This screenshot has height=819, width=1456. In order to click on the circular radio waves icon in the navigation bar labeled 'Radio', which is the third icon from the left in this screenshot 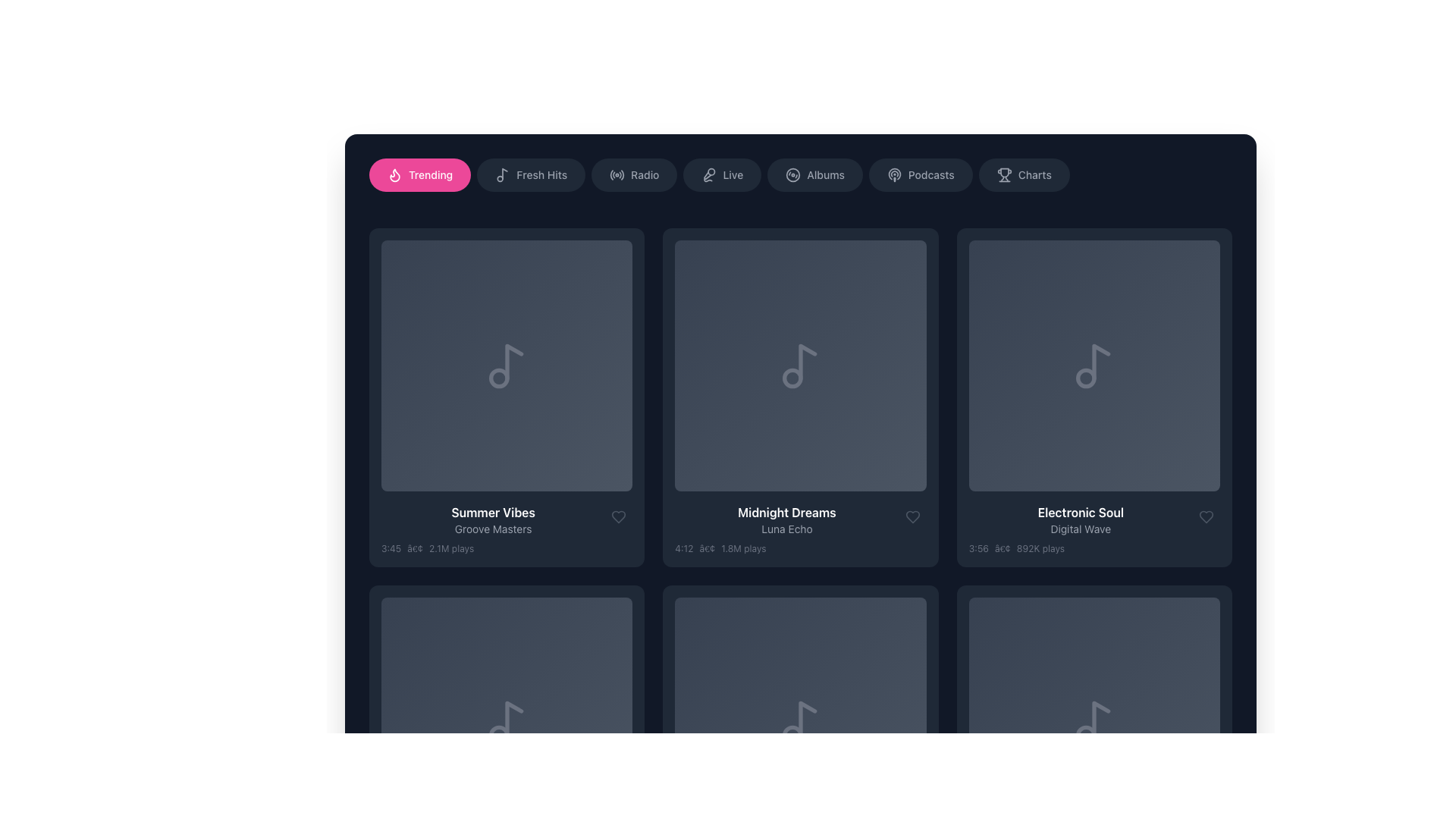, I will do `click(617, 174)`.